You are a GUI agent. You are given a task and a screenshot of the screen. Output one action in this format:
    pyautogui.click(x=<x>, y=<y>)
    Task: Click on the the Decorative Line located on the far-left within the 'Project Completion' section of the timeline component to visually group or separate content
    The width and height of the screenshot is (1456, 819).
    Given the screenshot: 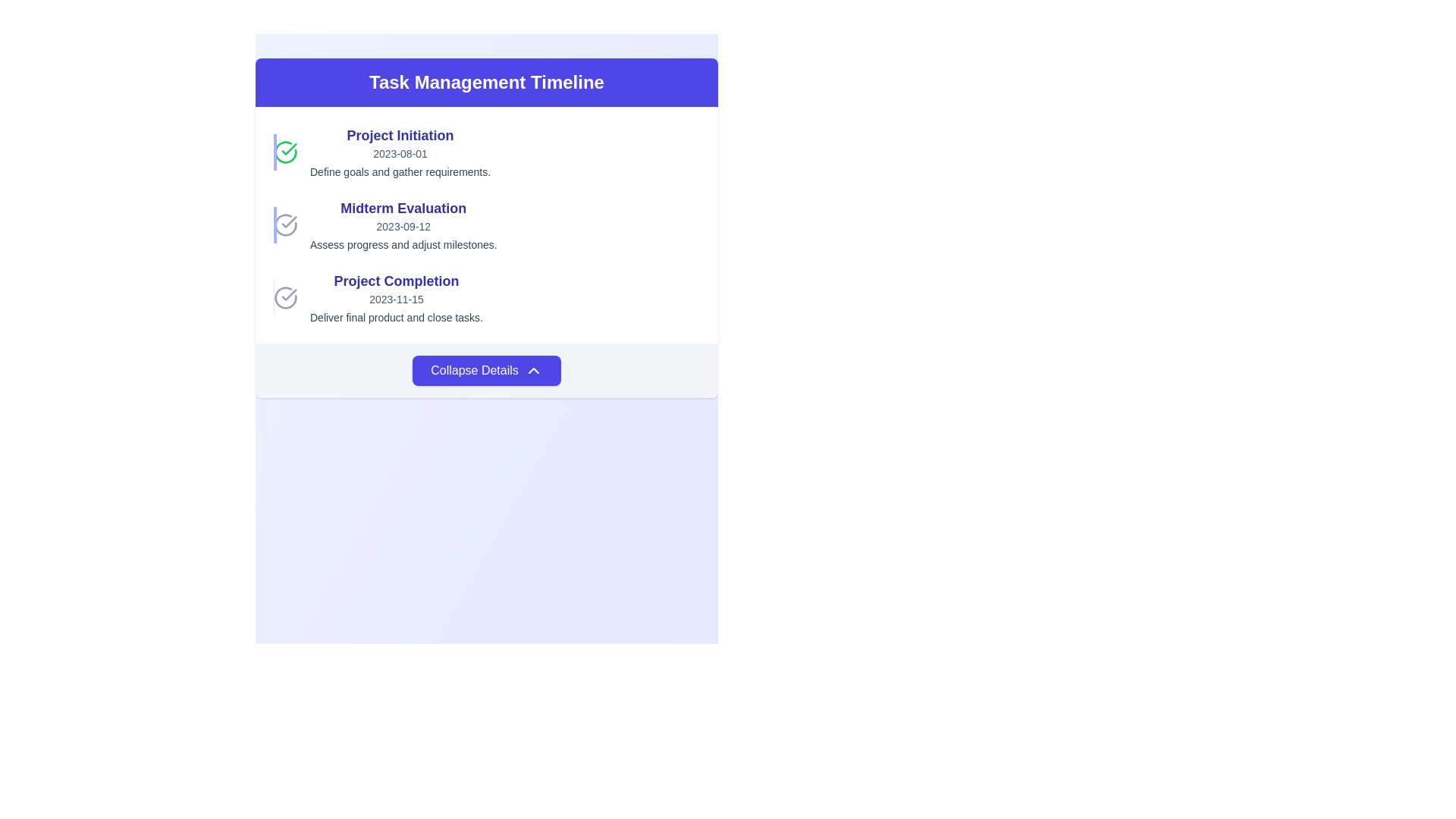 What is the action you would take?
    pyautogui.click(x=274, y=298)
    